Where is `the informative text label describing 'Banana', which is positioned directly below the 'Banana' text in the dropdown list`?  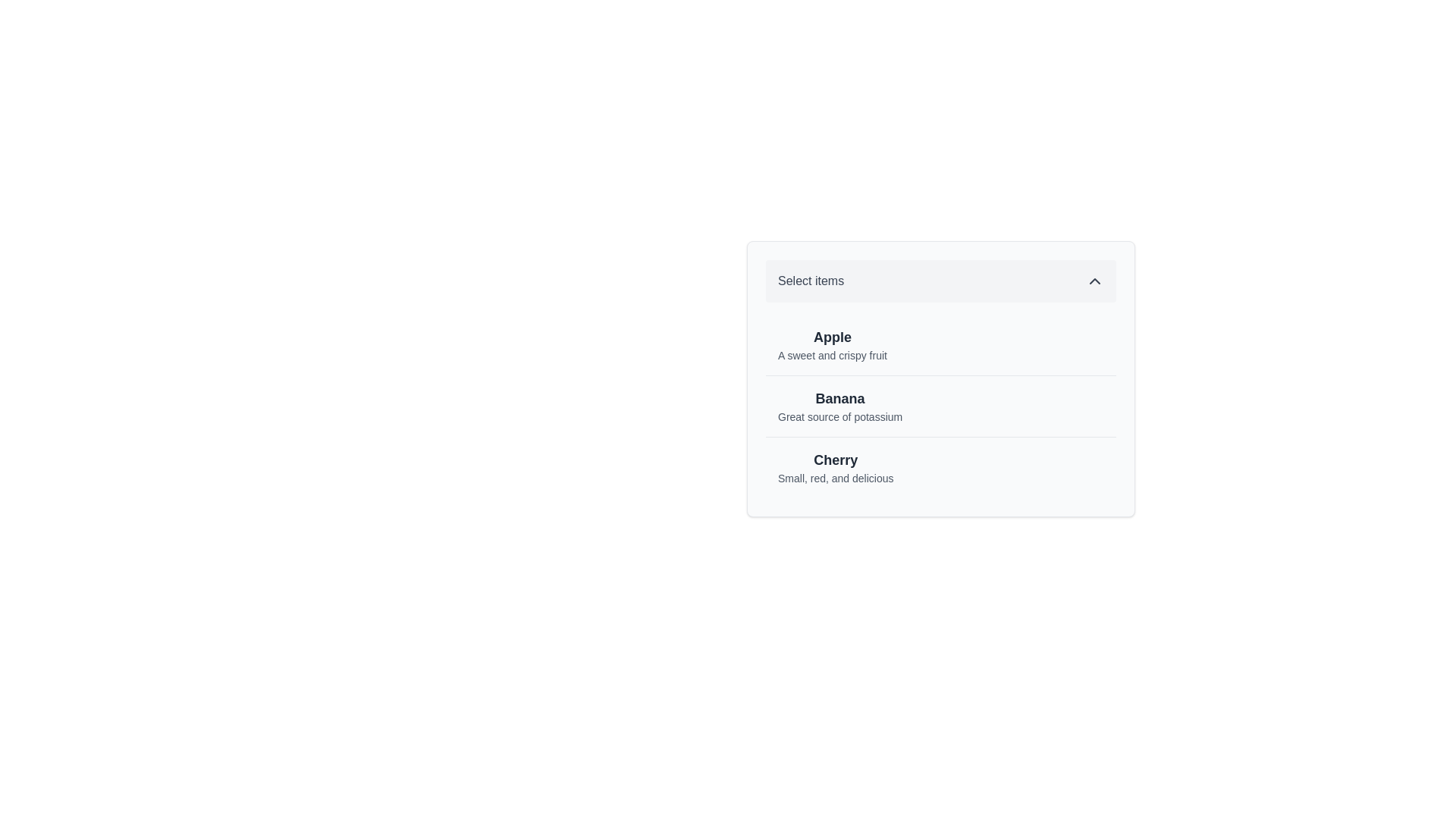 the informative text label describing 'Banana', which is positioned directly below the 'Banana' text in the dropdown list is located at coordinates (839, 417).